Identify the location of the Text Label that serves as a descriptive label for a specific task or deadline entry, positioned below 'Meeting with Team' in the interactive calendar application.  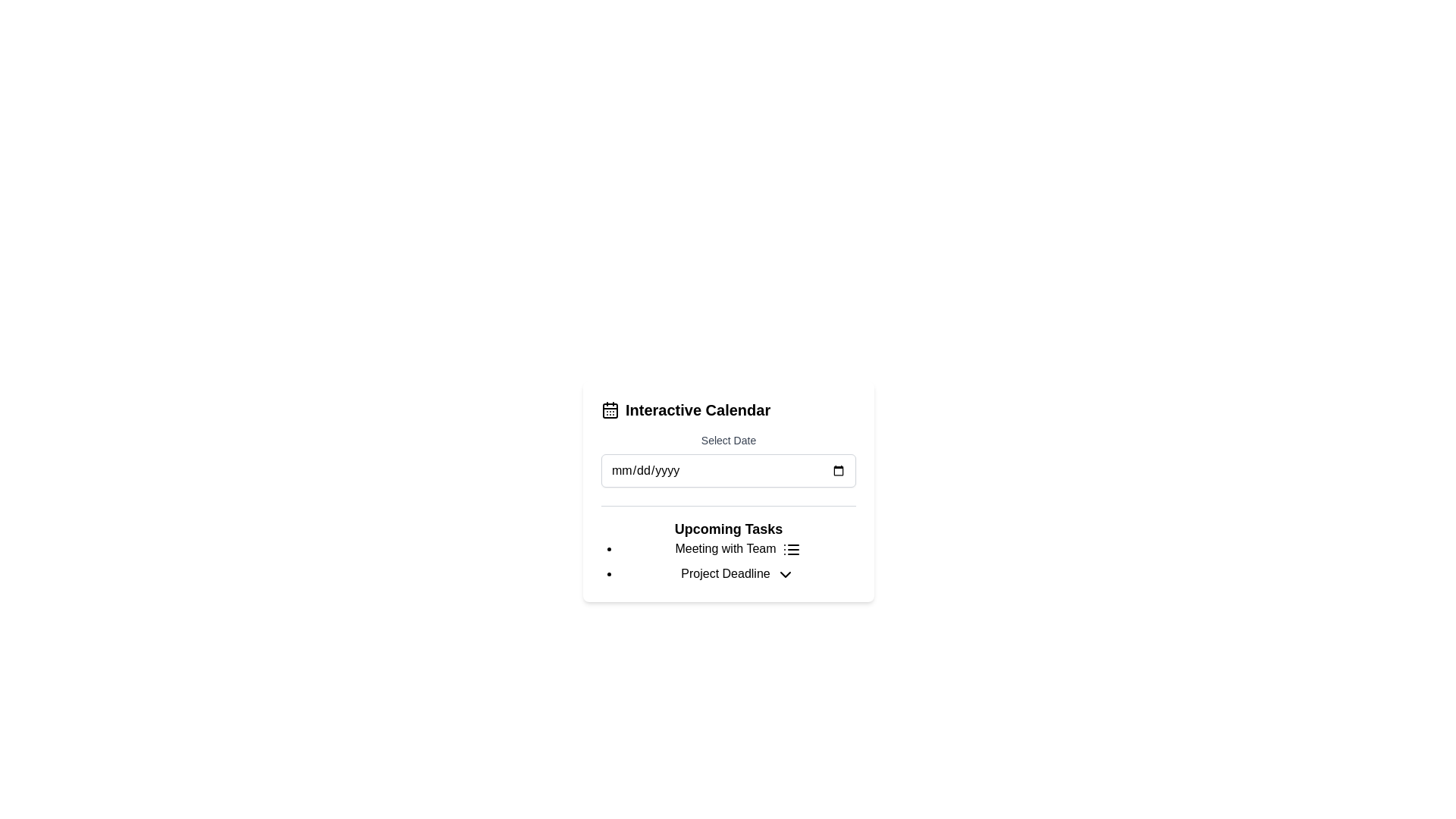
(724, 573).